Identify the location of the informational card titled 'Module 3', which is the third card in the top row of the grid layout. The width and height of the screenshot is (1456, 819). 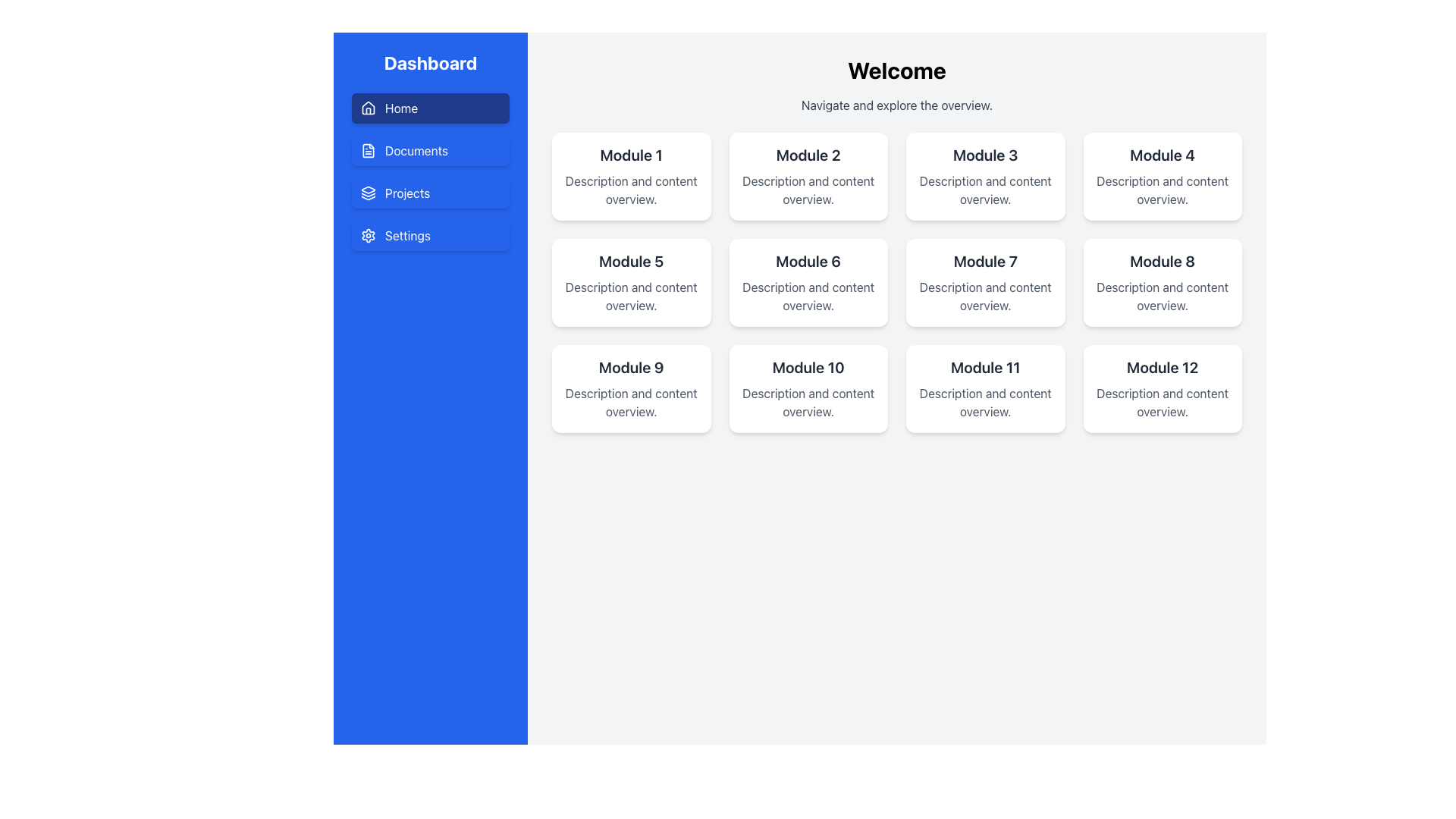
(985, 175).